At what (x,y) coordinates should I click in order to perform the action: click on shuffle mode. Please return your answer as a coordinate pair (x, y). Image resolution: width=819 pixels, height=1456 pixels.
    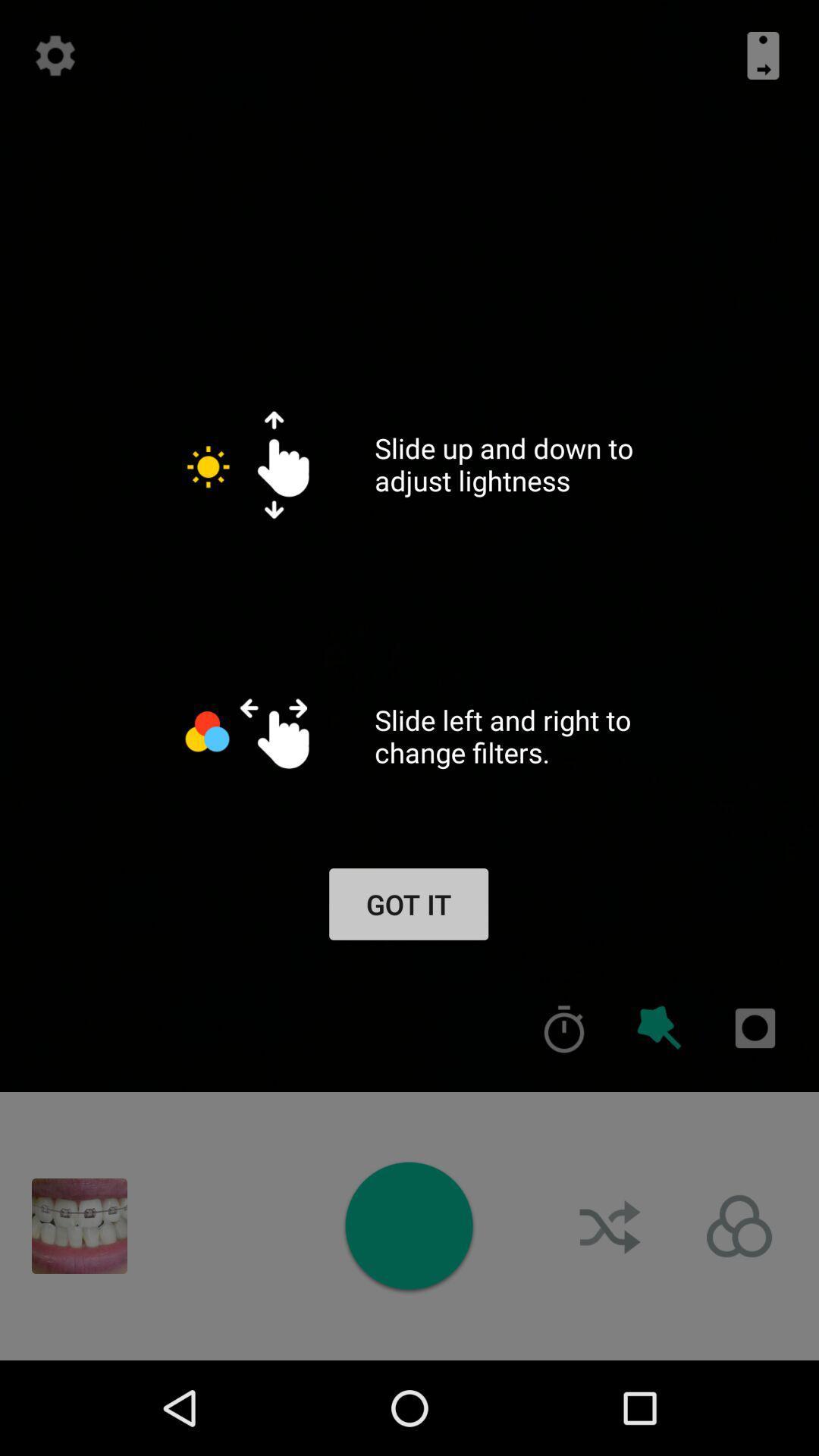
    Looking at the image, I should click on (610, 1226).